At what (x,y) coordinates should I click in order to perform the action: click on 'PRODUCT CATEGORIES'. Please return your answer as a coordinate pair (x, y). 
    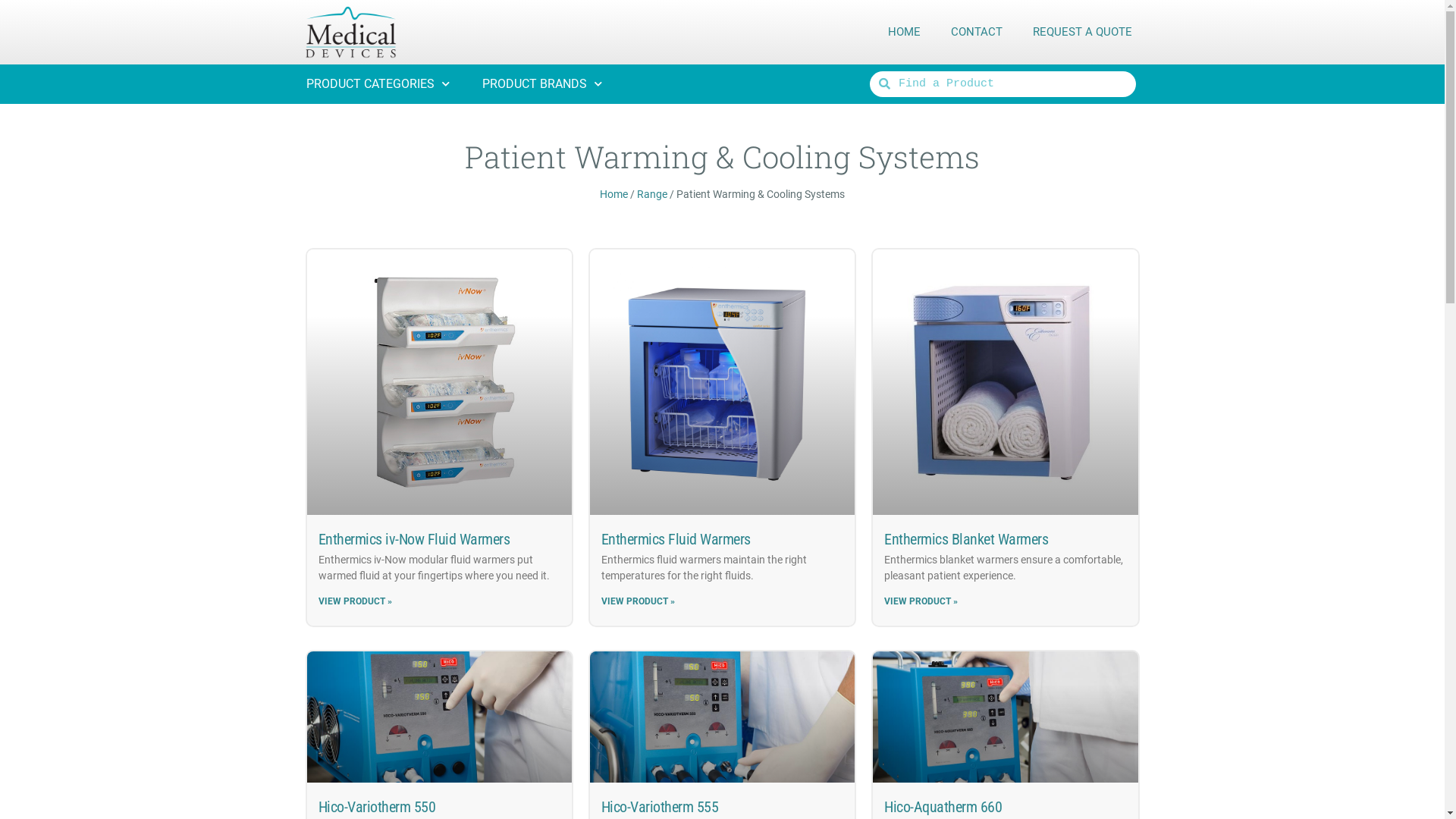
    Looking at the image, I should click on (378, 84).